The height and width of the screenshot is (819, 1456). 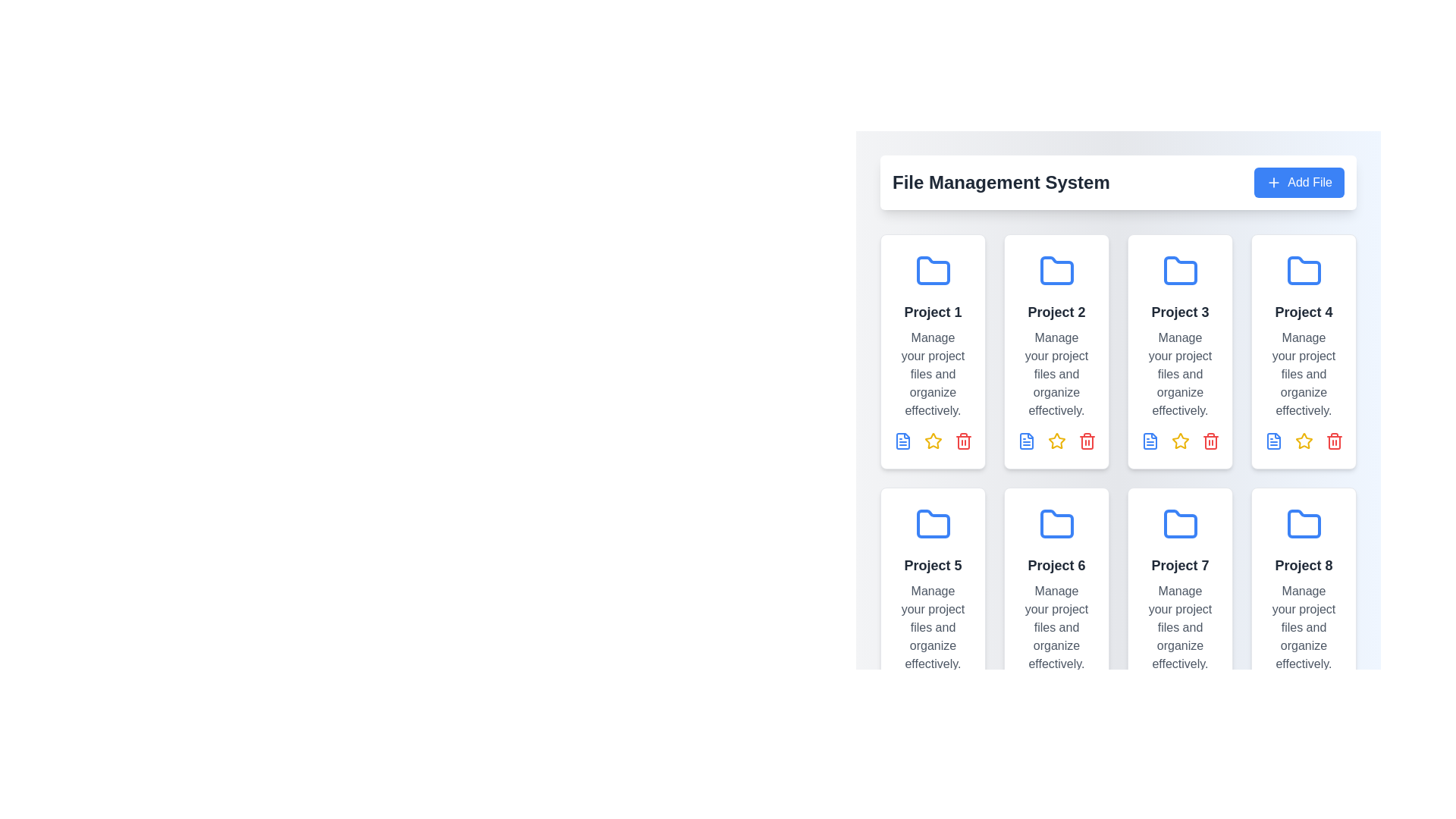 I want to click on the non-interactive document icon representing 'Project 1' located in the top-left corner of the icon cluster beneath the title text 'Project 1', so click(x=902, y=441).